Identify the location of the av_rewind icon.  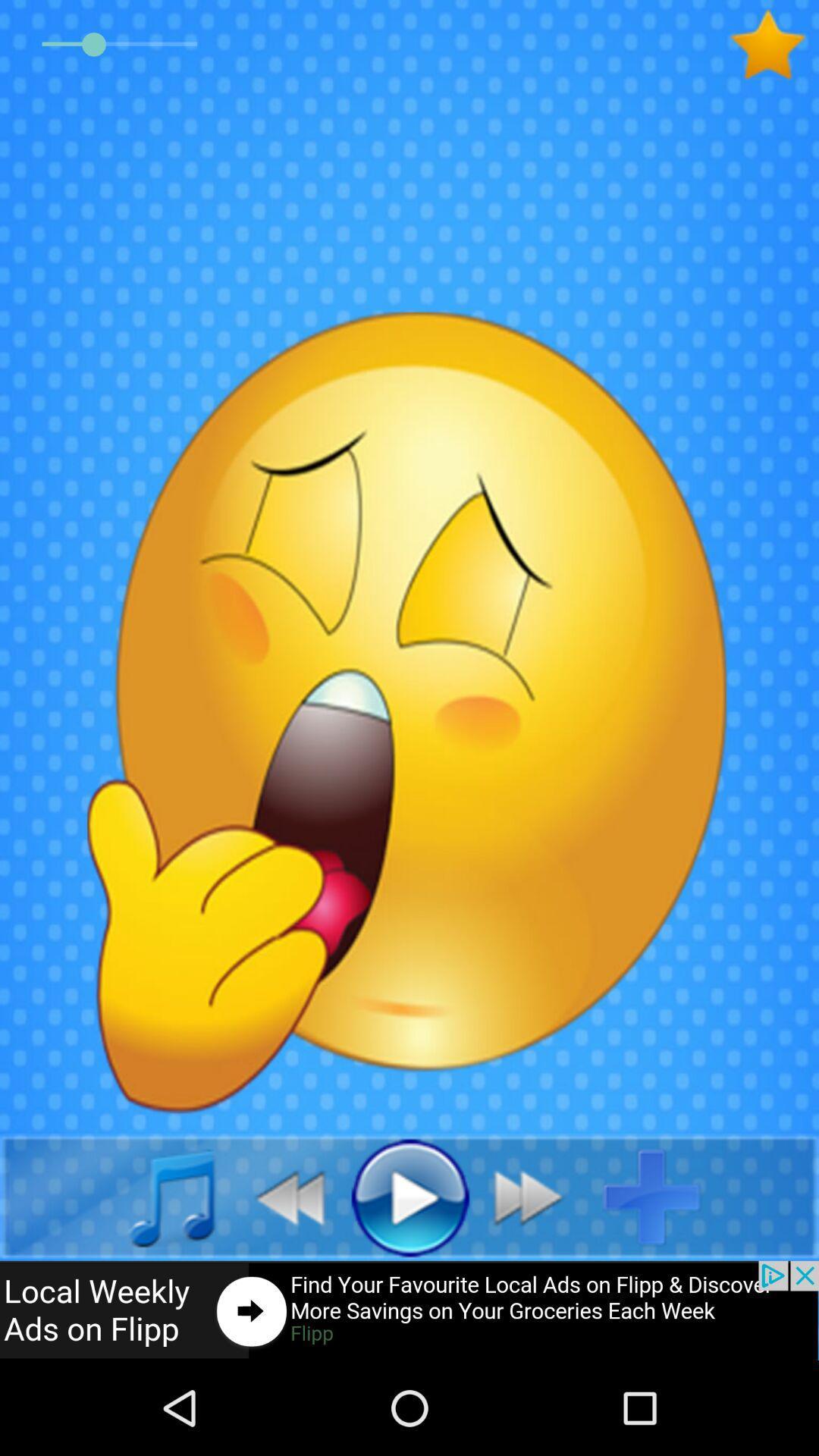
(281, 1196).